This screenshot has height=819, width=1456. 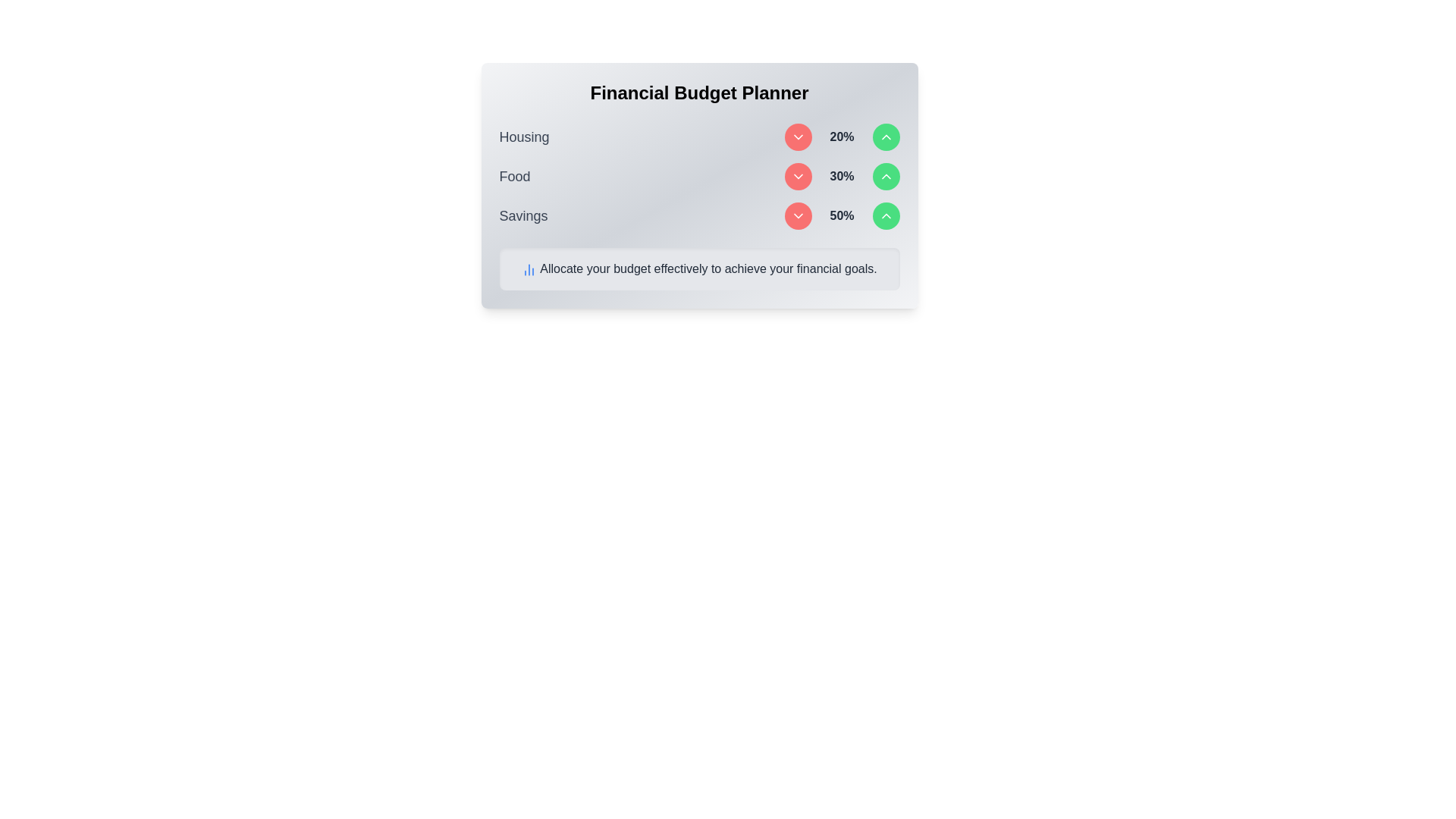 What do you see at coordinates (841, 216) in the screenshot?
I see `the label that displays the current percentage allocation for savings in the budget planner interface, located in the third row under the 'Savings' header, centered between a red circular button on the left and a green circular button on the right` at bounding box center [841, 216].